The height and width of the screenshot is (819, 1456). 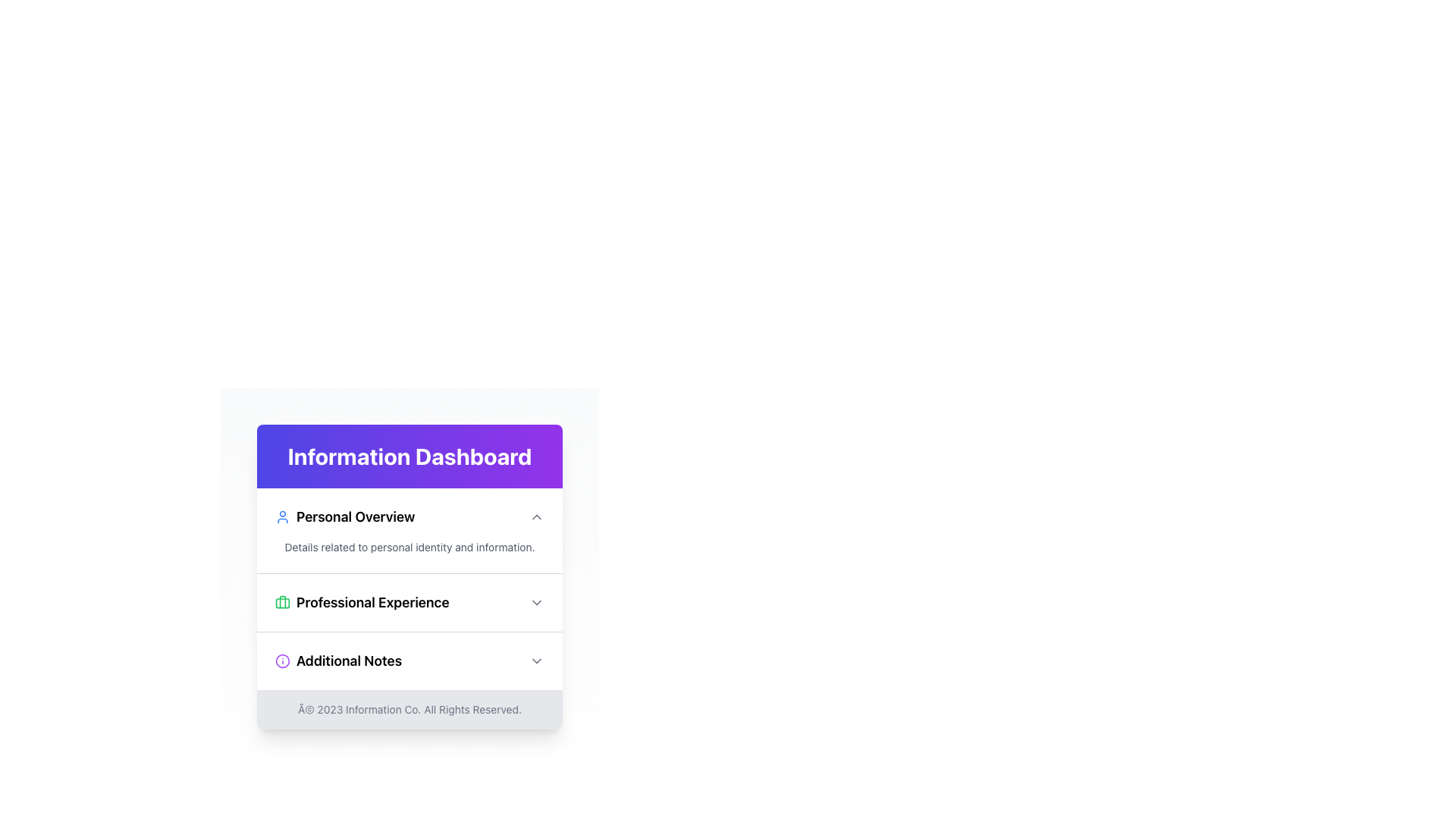 What do you see at coordinates (537, 516) in the screenshot?
I see `the small gray chevron arrow pointing upwards located next to the 'Personal Overview' text` at bounding box center [537, 516].